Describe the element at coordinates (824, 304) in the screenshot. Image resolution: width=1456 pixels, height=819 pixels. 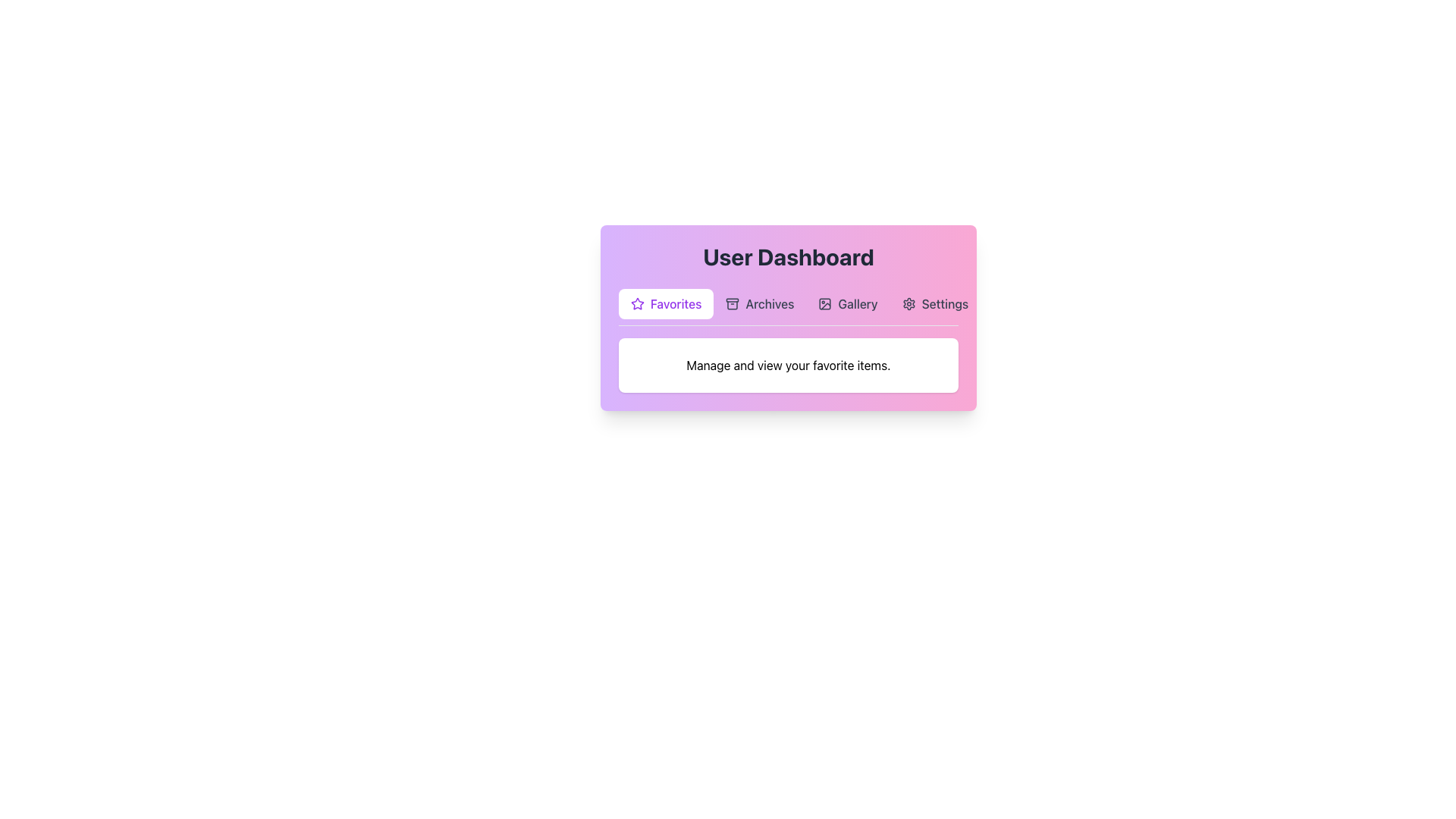
I see `the SVG Rectangle that serves as the main rectangular frame of the icon in the 'User Dashboard' panel, located next to the 'Favorites' label` at that location.